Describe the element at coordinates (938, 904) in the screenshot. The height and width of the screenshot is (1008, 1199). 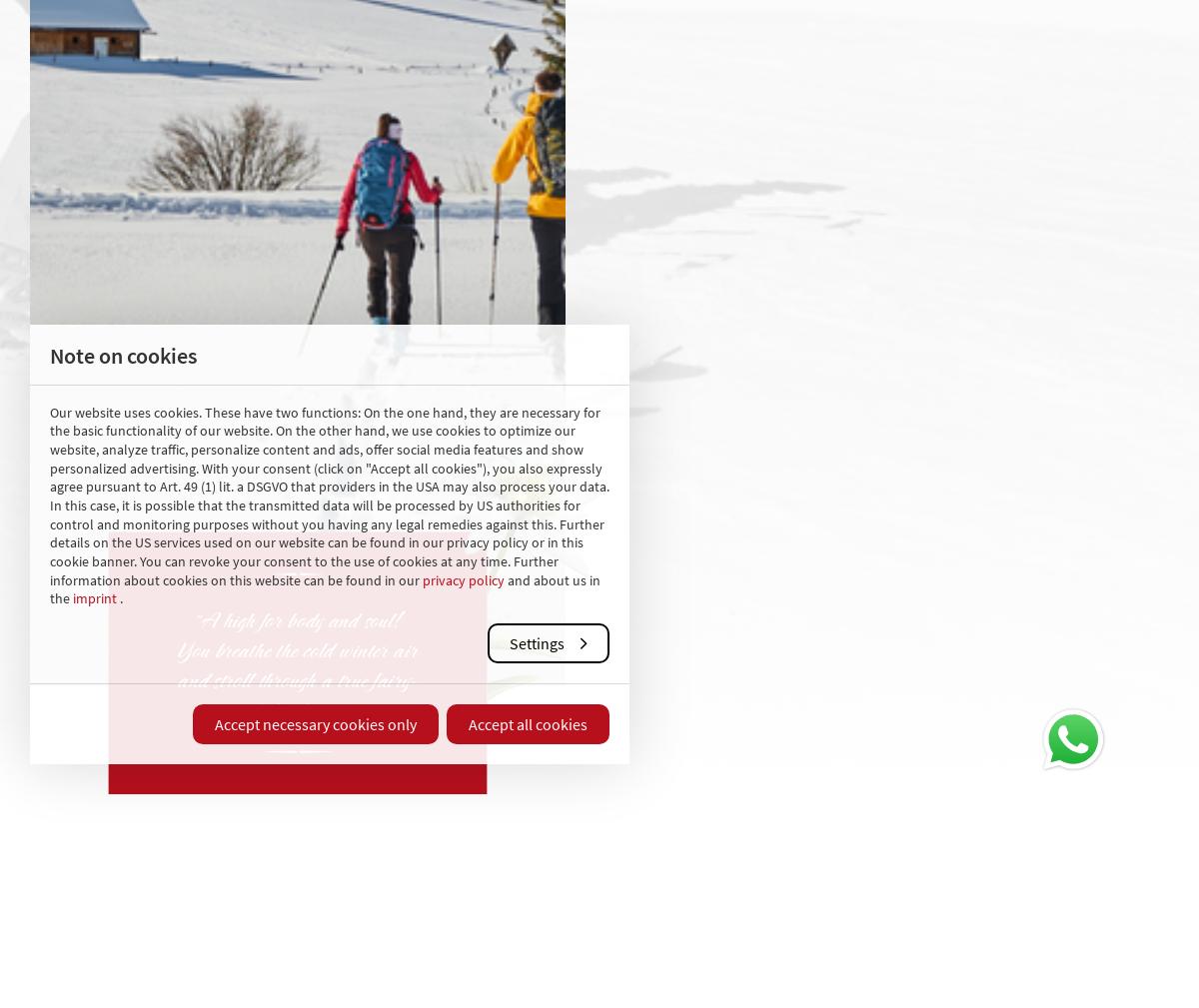
I see `'Arrival'` at that location.